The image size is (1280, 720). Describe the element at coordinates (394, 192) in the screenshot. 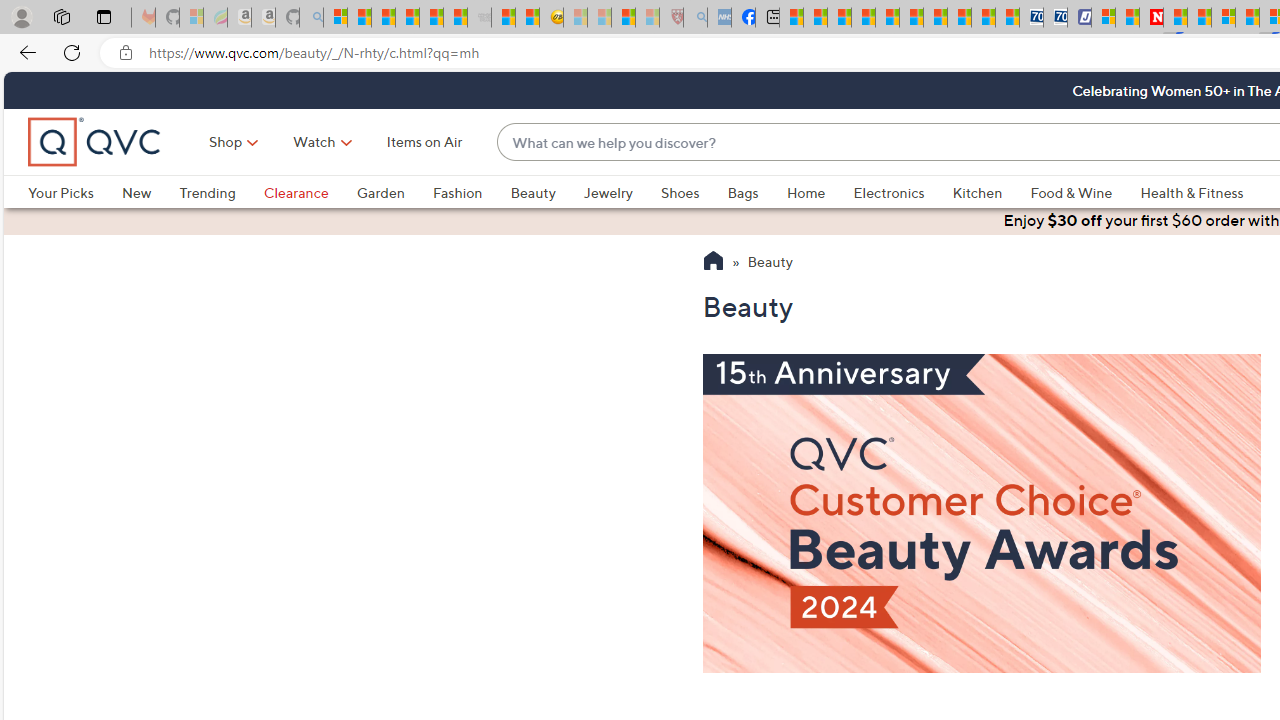

I see `'Garden'` at that location.